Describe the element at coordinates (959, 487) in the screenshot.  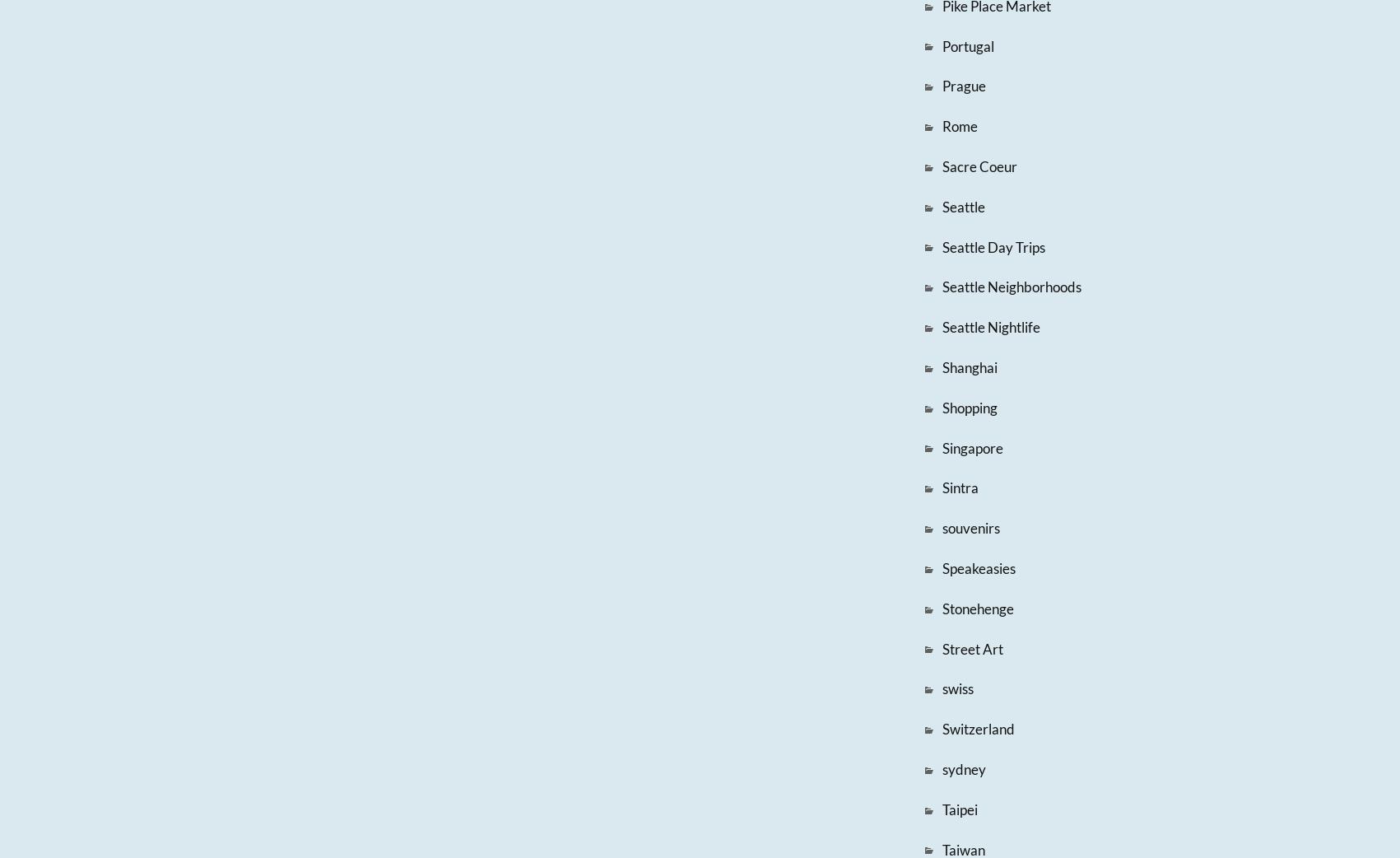
I see `'Sintra'` at that location.